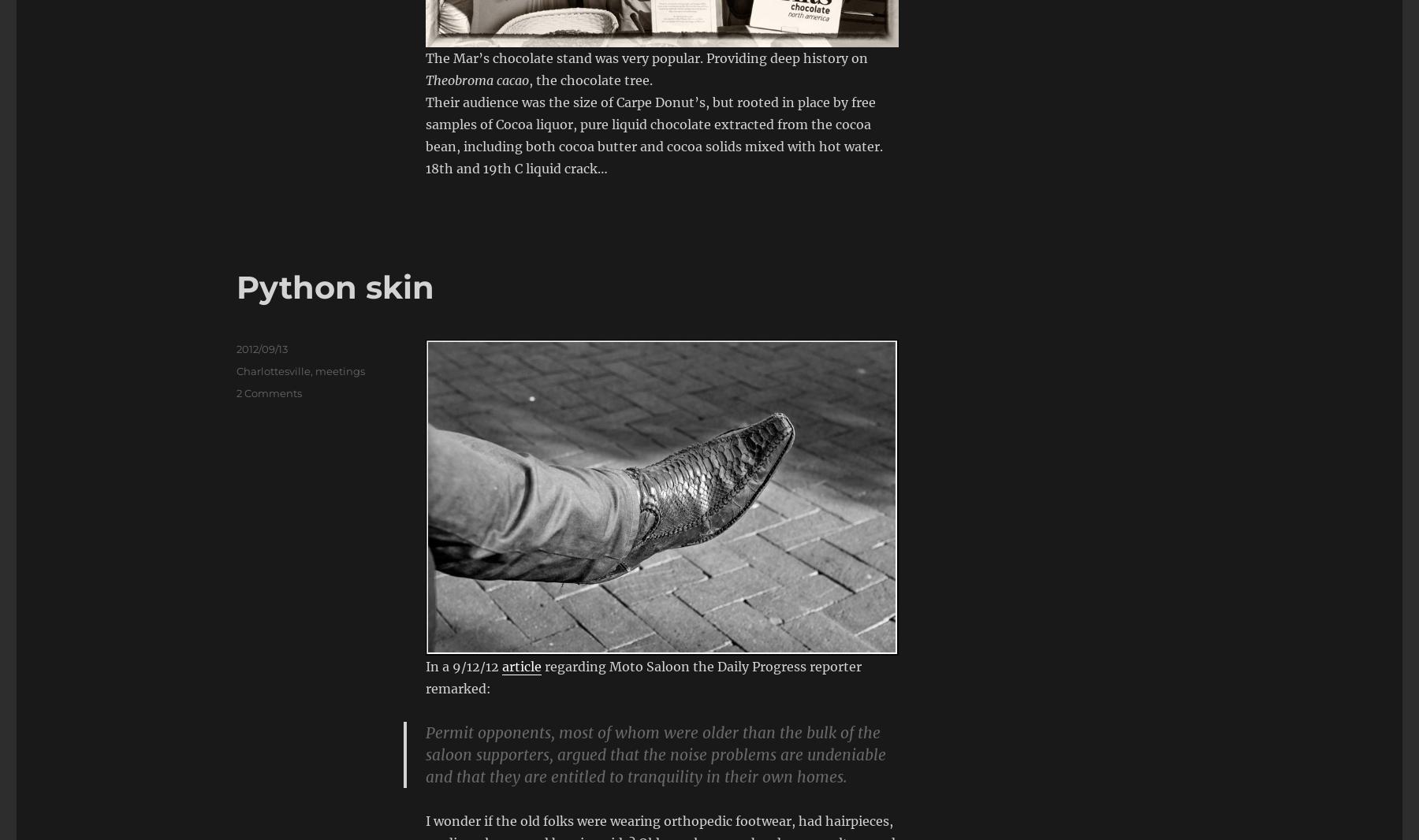  I want to click on 'Their audience was the size of Carpe Donut’s, but rooted in place by free samples of Cocoa liquor, pure liquid chocolate extracted from the cocoa bean, including both cocoa butter and cocoa solids mixed with hot water. 18th and 19th C liquid crack…', so click(654, 133).